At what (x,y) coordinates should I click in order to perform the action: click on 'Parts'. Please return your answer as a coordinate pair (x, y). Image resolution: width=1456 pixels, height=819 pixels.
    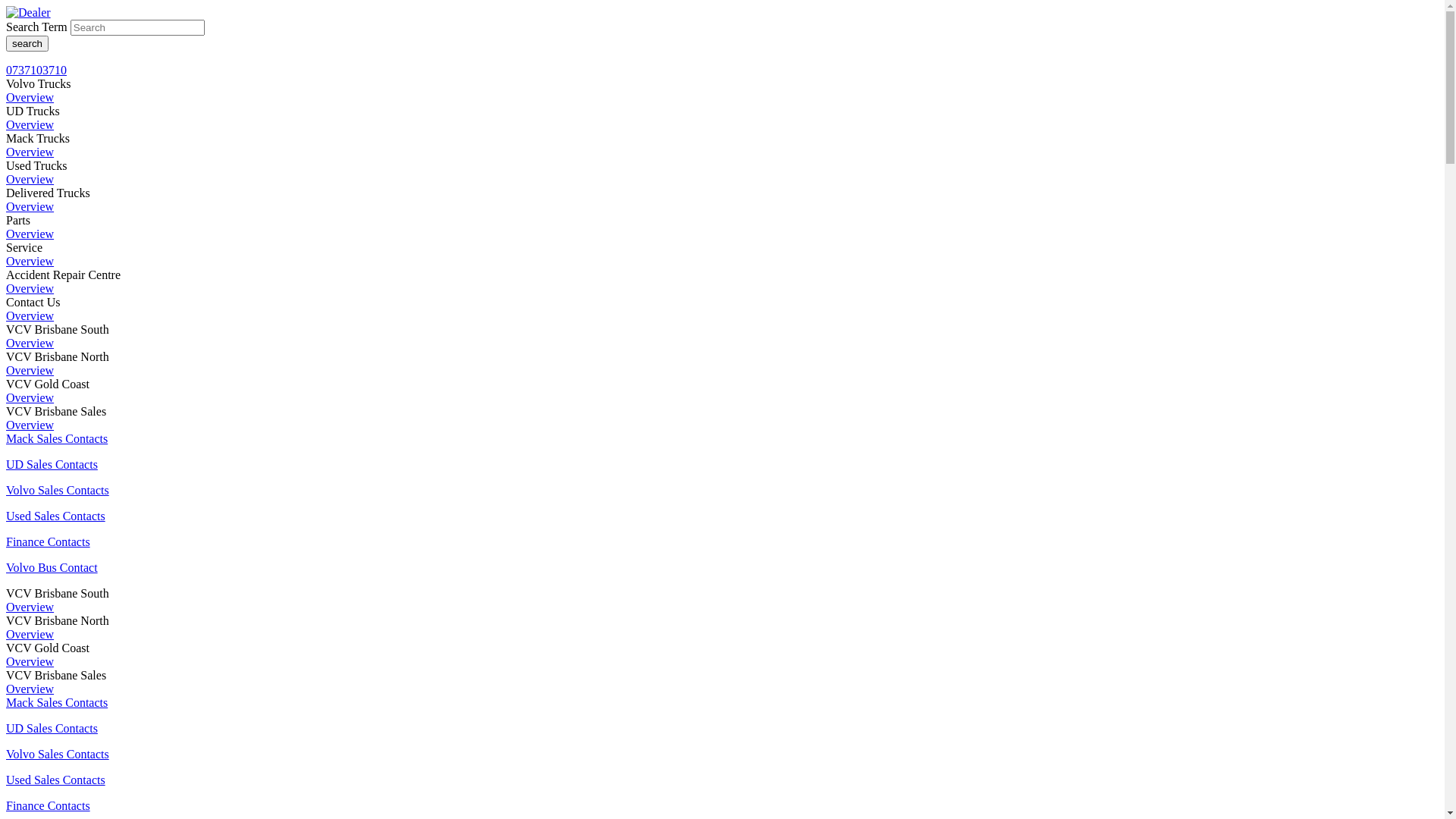
    Looking at the image, I should click on (18, 220).